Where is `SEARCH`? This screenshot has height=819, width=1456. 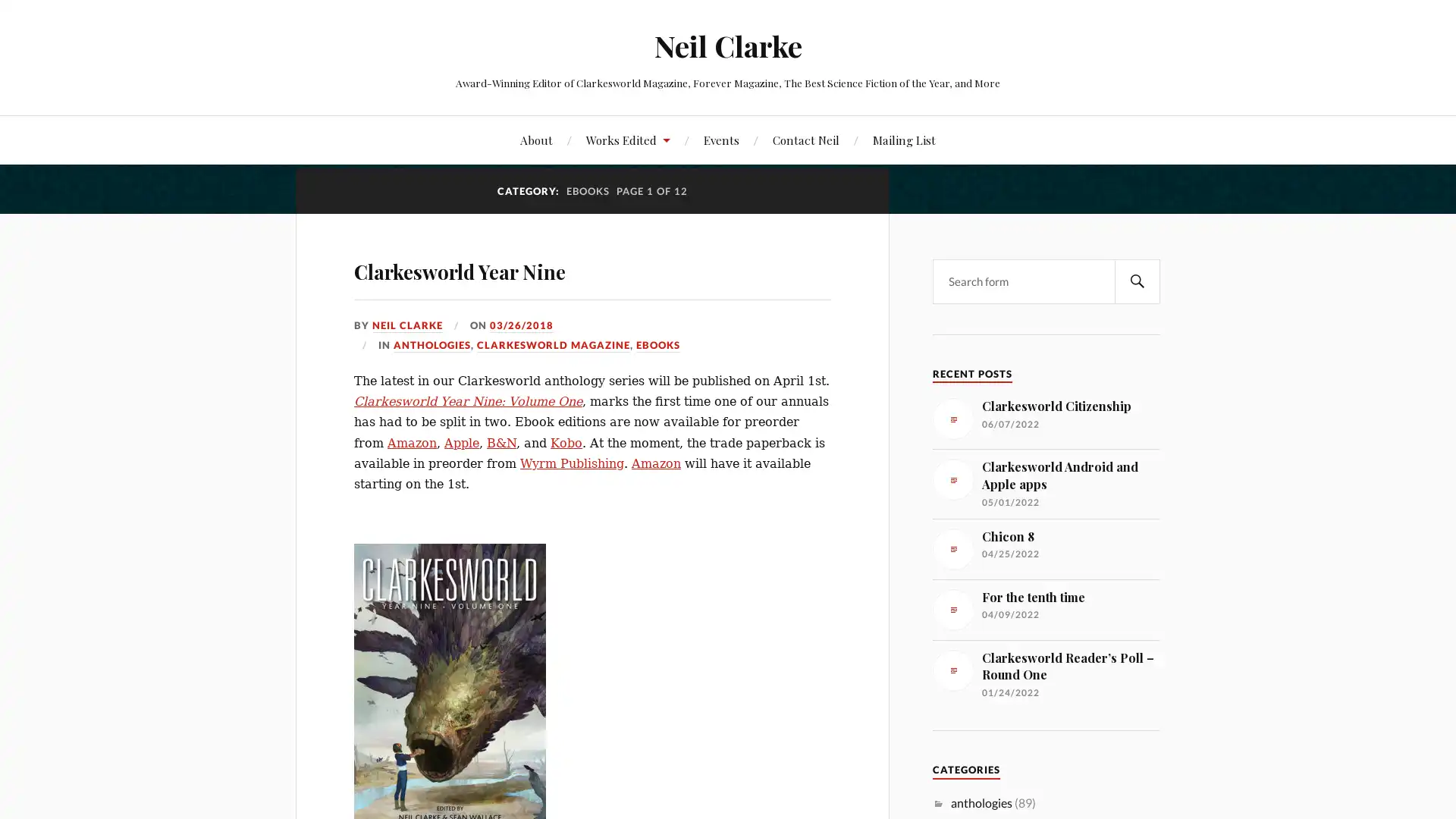 SEARCH is located at coordinates (1137, 281).